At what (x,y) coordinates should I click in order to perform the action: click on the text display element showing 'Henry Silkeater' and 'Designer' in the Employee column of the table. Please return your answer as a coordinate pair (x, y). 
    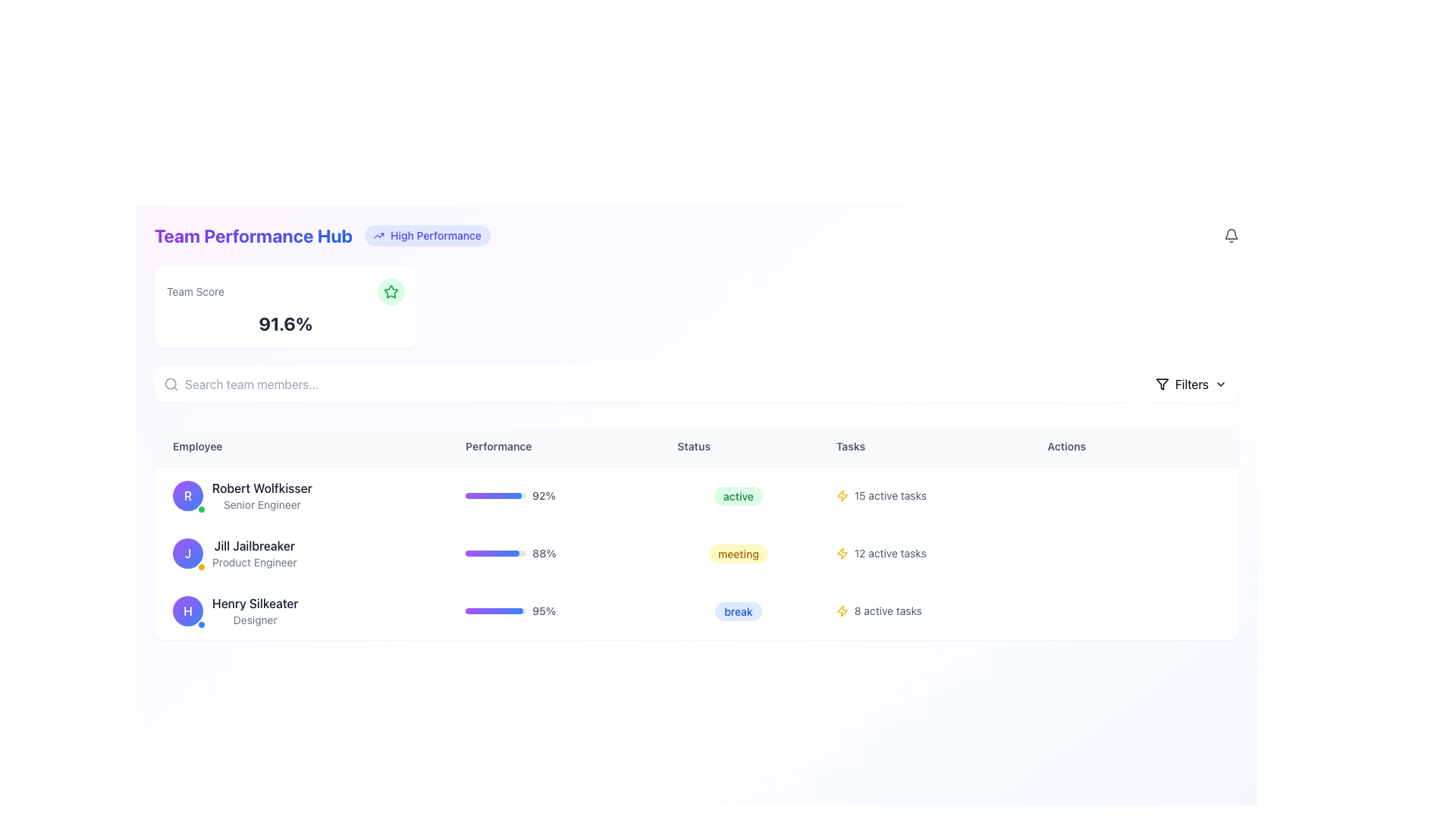
    Looking at the image, I should click on (255, 610).